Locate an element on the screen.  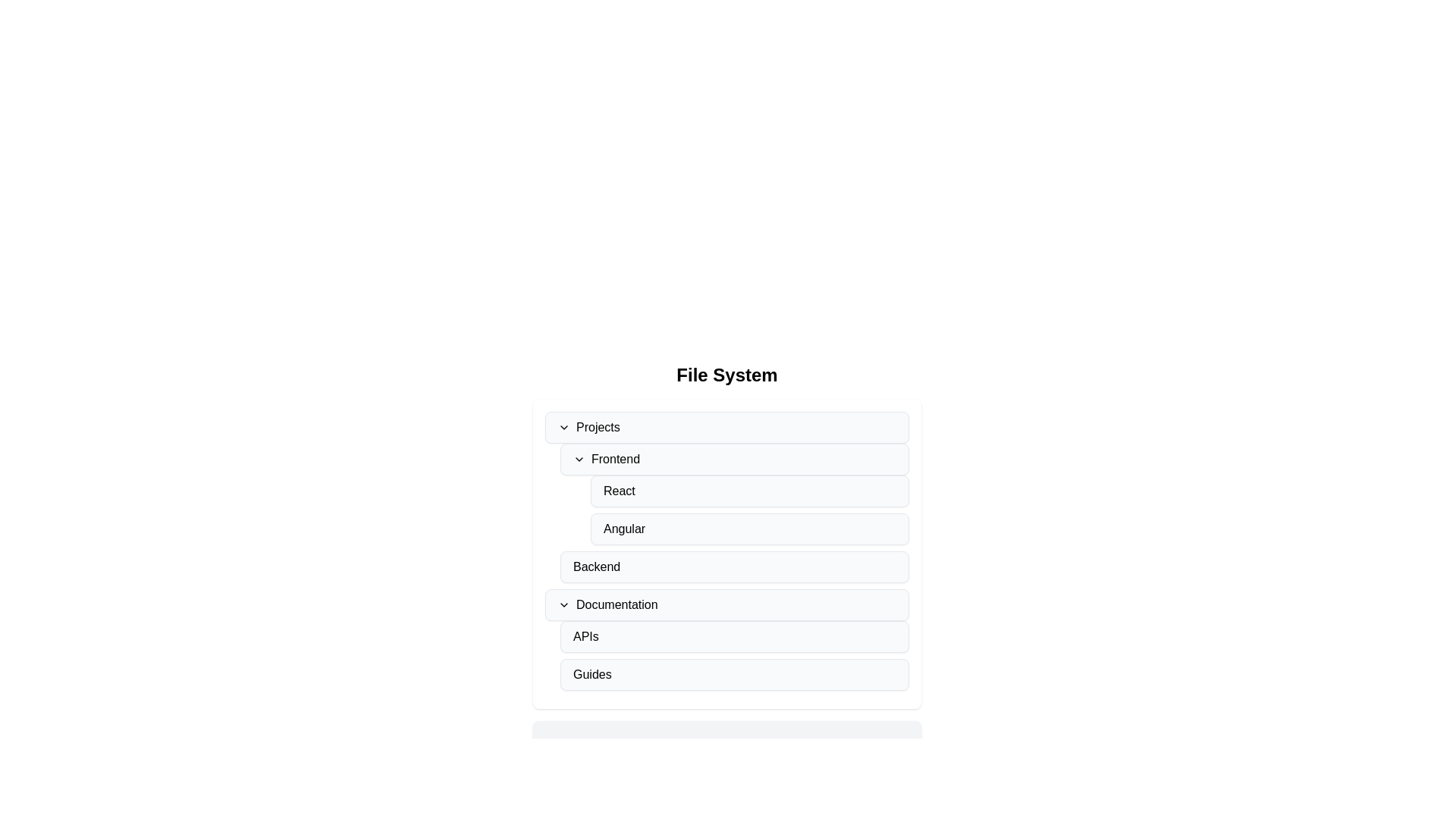
the dropdown icon located to the left of the 'Projects' text is located at coordinates (563, 427).